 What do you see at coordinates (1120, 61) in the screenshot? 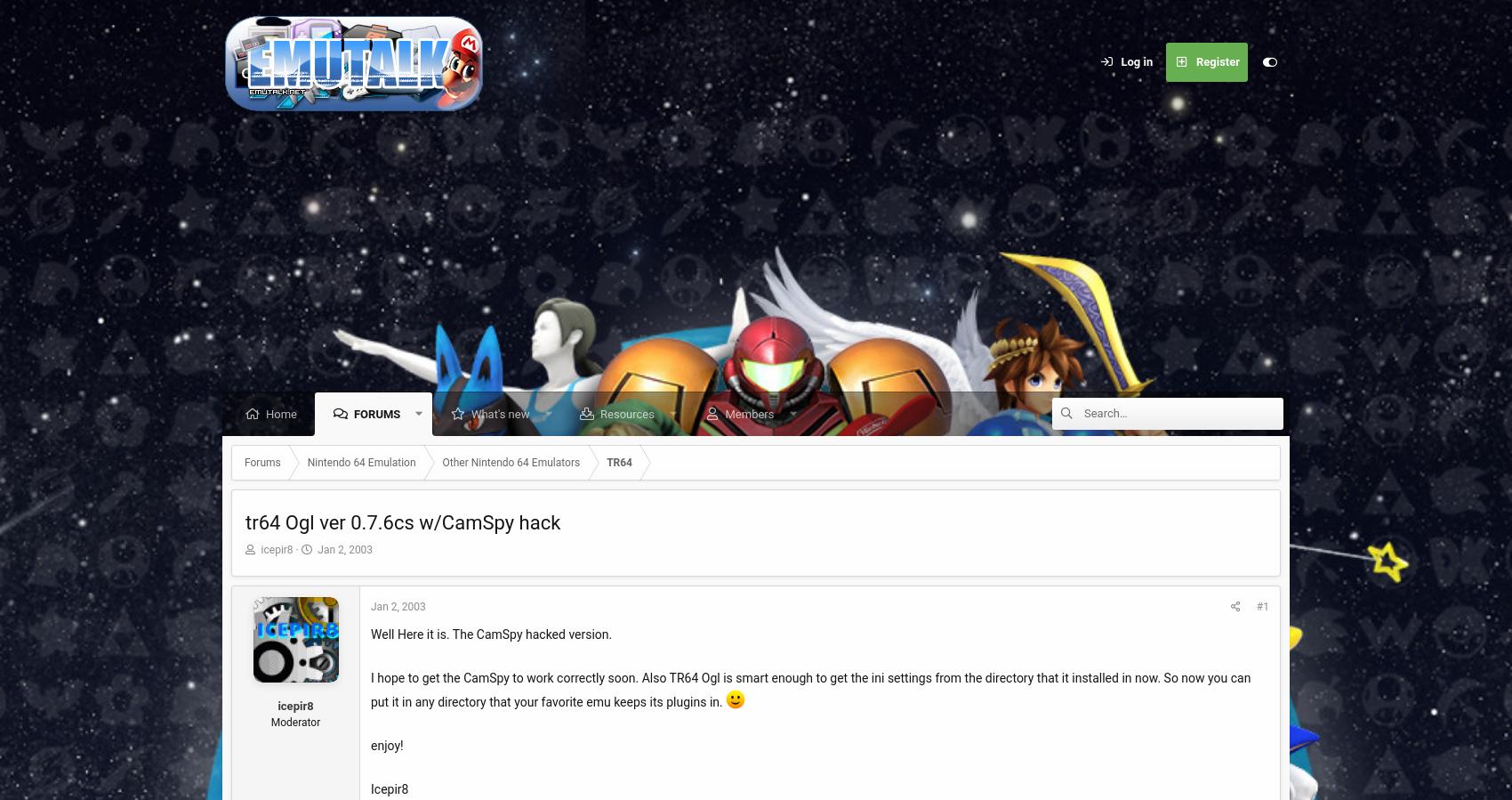
I see `'Log in'` at bounding box center [1120, 61].